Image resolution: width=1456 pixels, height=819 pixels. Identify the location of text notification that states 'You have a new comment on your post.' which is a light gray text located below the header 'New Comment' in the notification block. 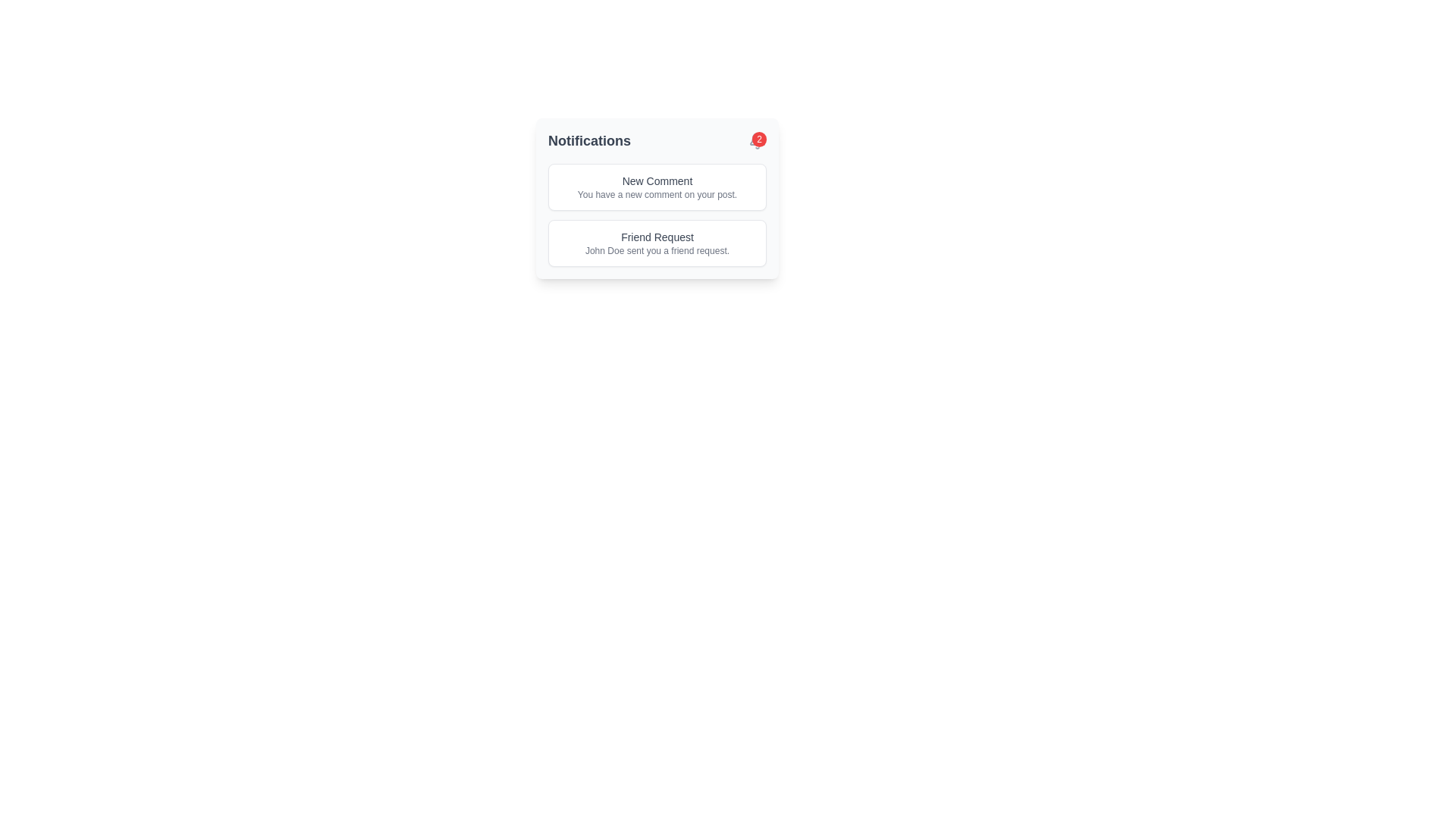
(657, 194).